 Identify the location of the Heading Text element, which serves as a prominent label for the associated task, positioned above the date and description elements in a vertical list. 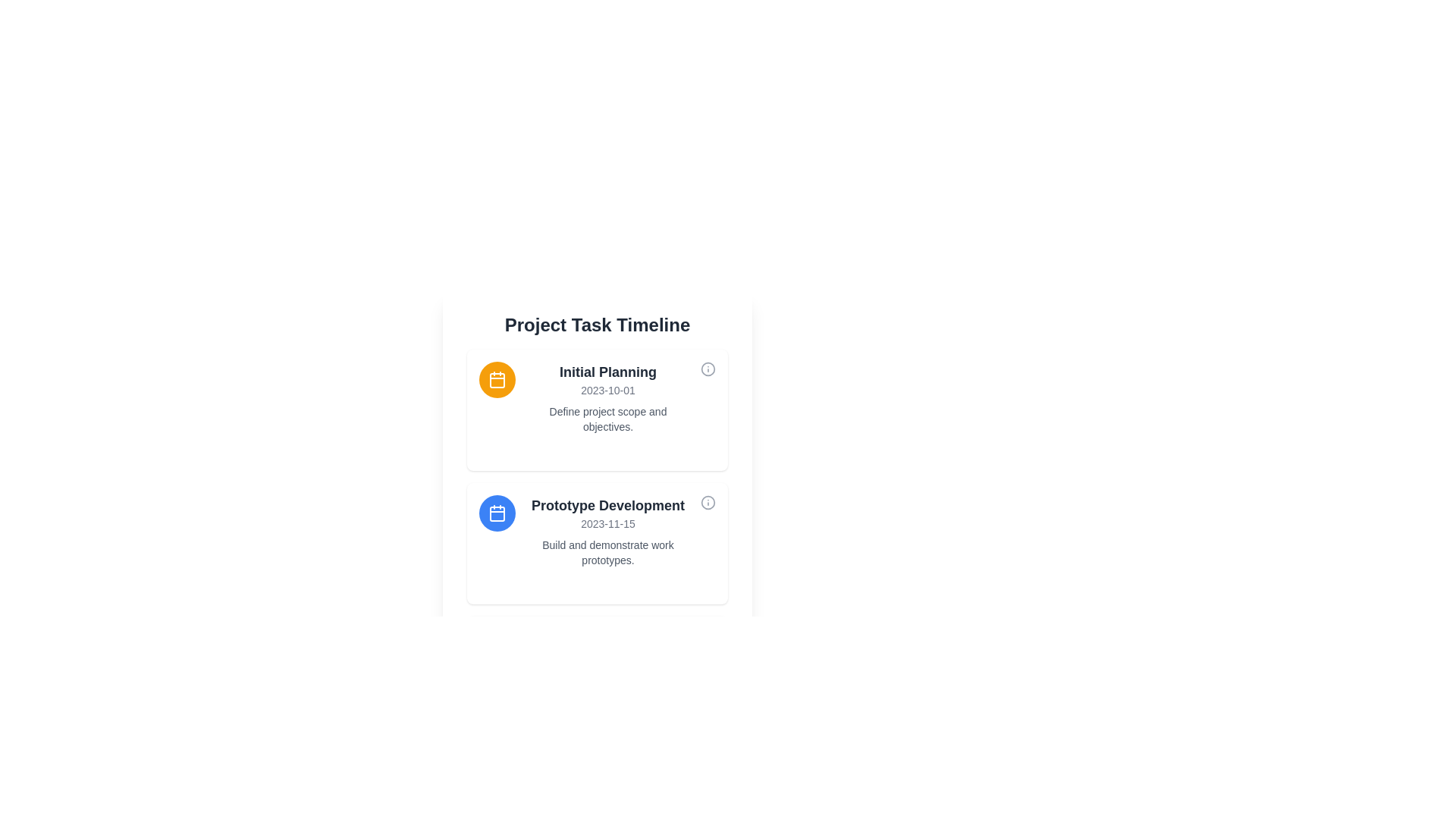
(607, 506).